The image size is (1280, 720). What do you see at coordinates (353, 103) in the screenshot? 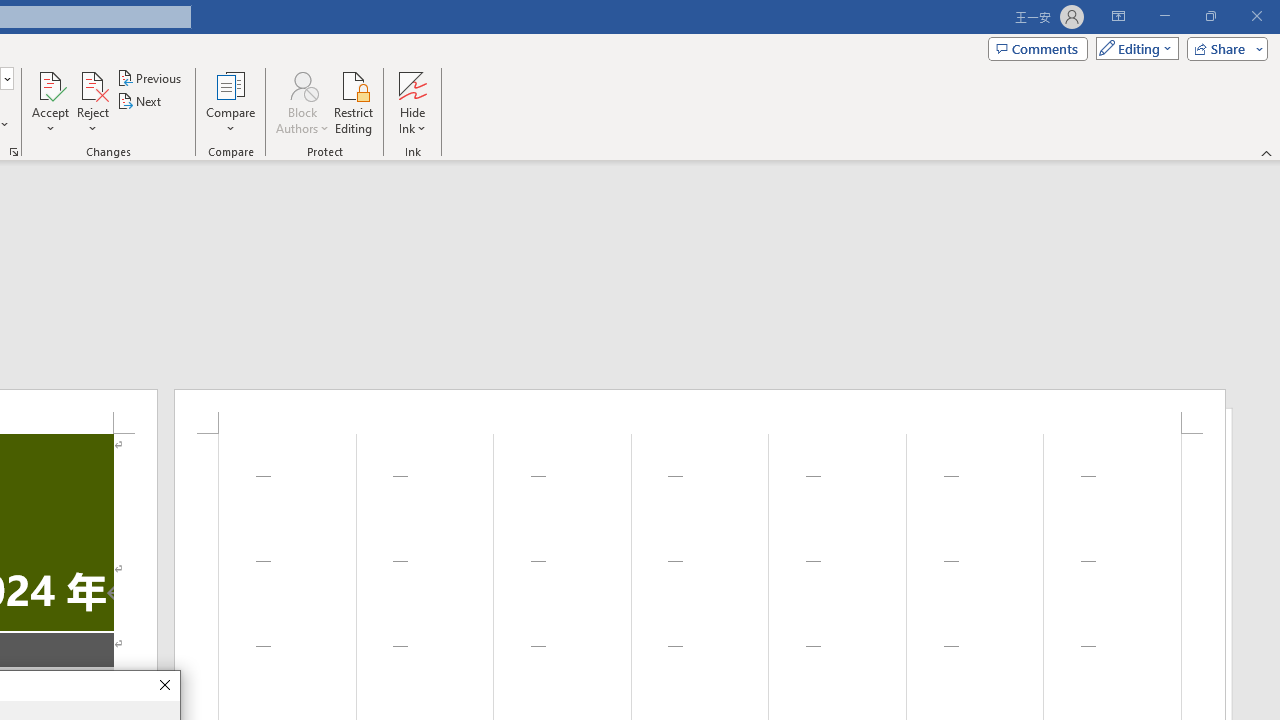
I see `'Restrict Editing'` at bounding box center [353, 103].